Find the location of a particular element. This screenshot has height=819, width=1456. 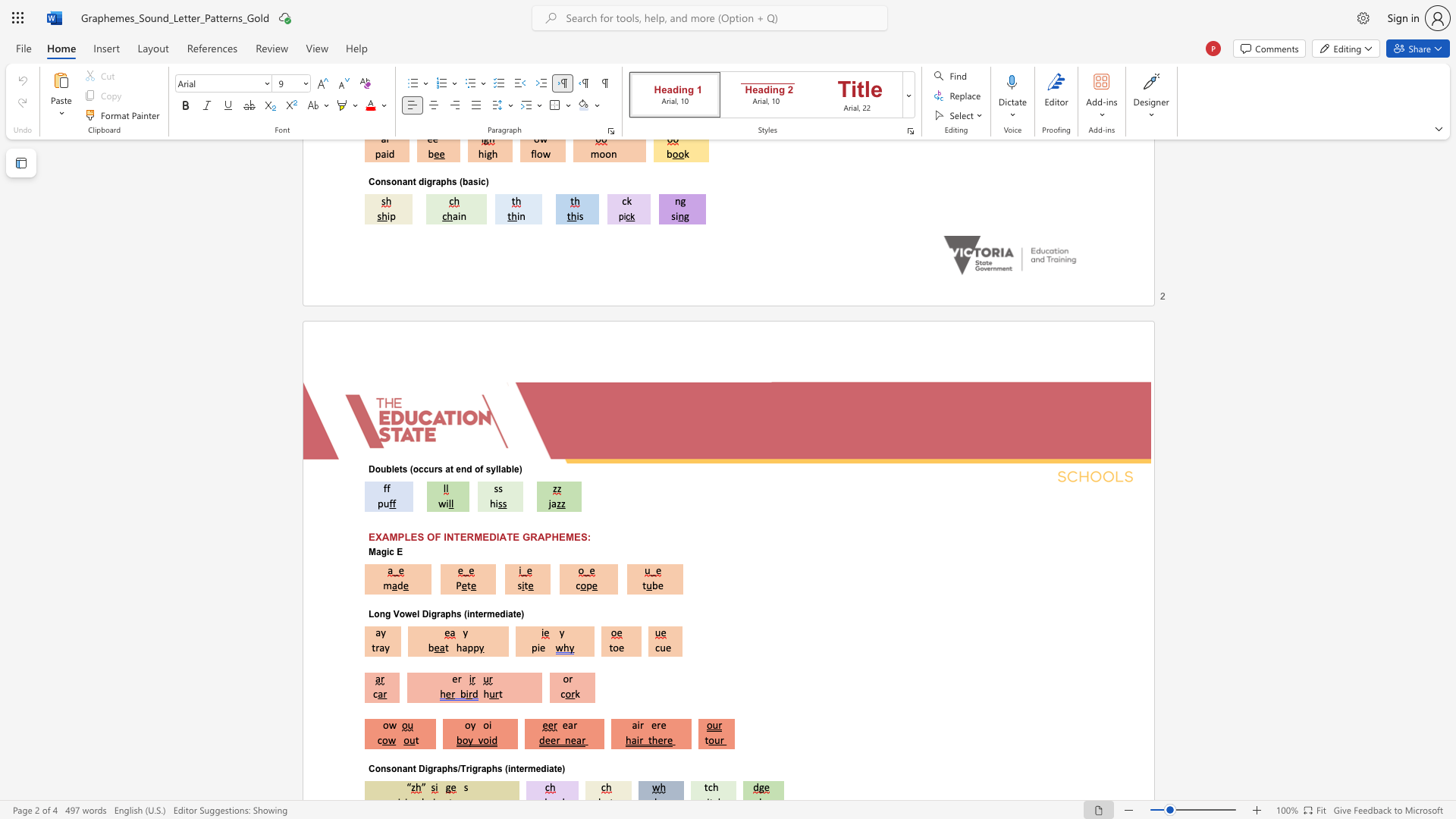

the subset text "e)" within the text "Long Vowel Digraphs (intermediate)" is located at coordinates (516, 613).